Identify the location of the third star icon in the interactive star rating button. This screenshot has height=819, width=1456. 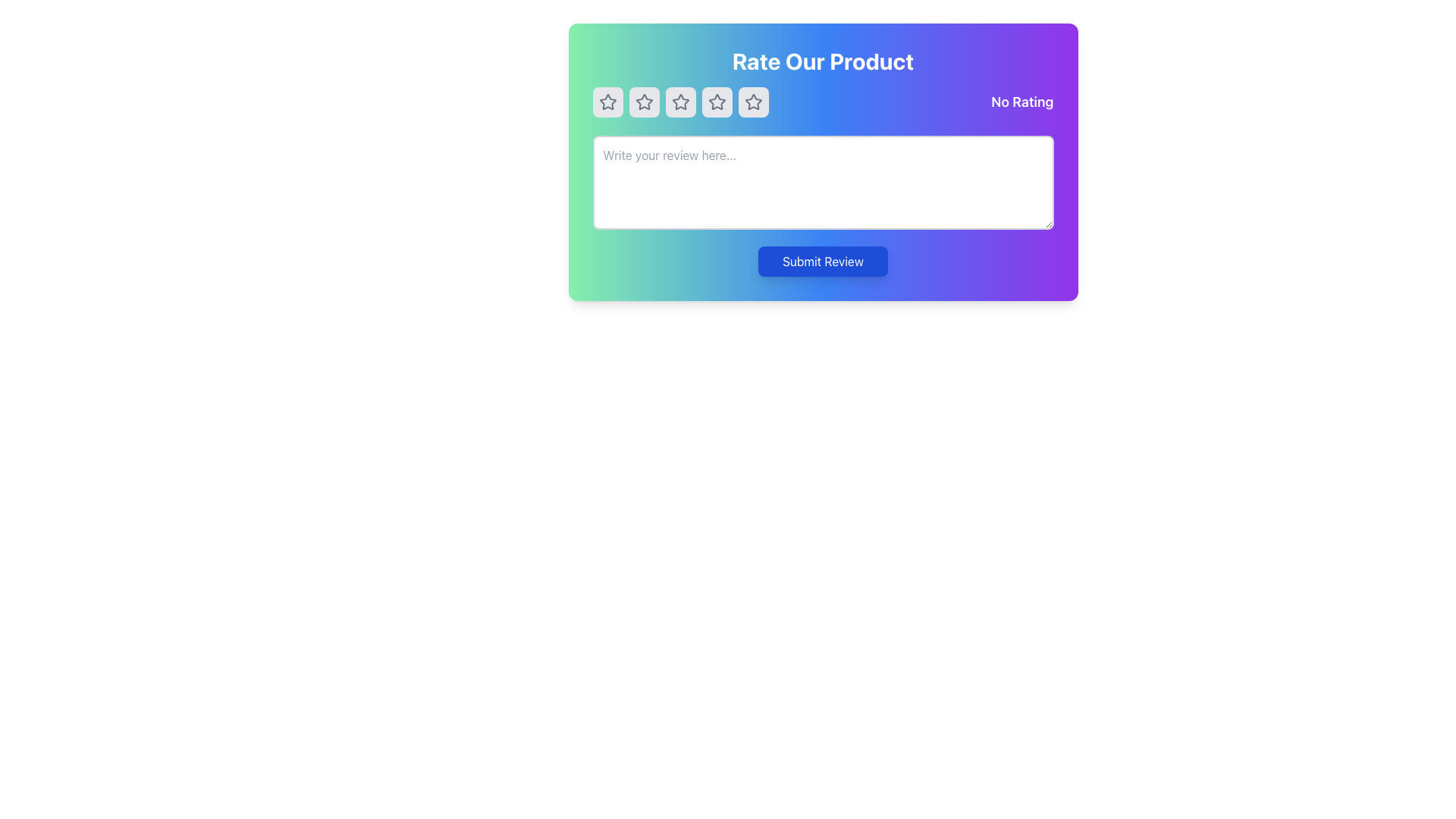
(679, 102).